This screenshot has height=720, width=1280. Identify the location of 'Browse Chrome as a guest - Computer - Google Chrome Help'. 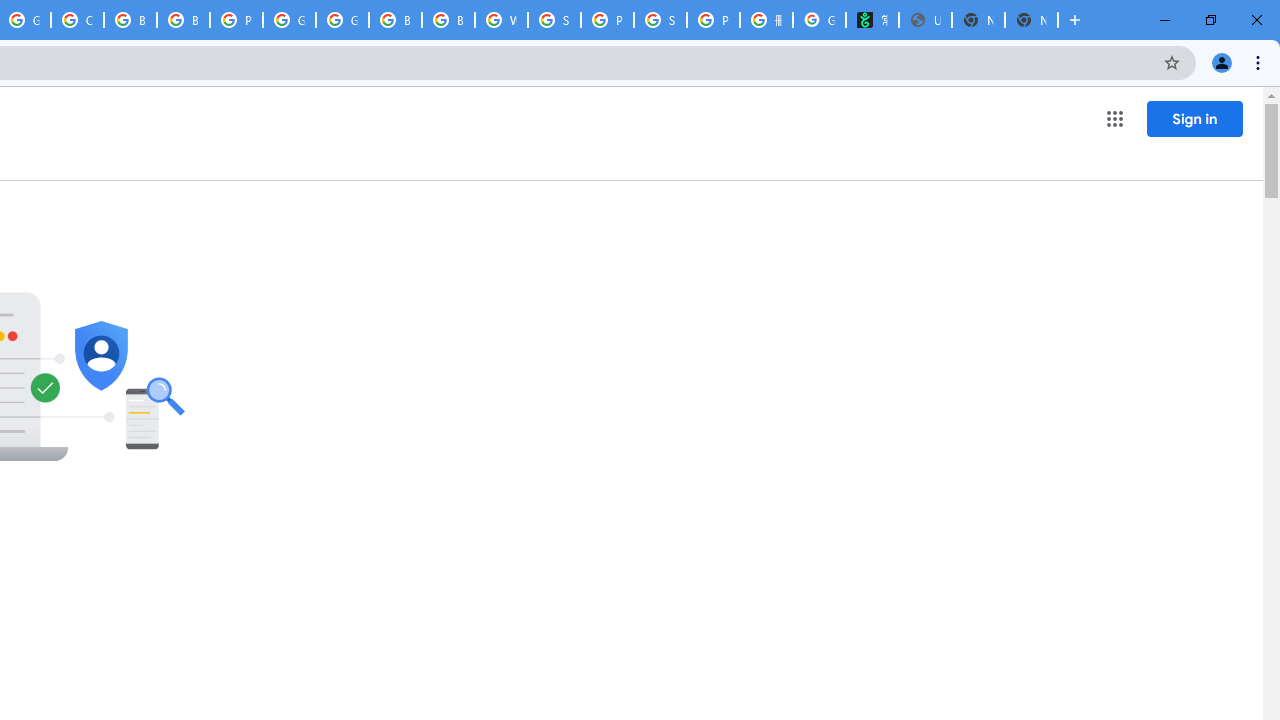
(129, 20).